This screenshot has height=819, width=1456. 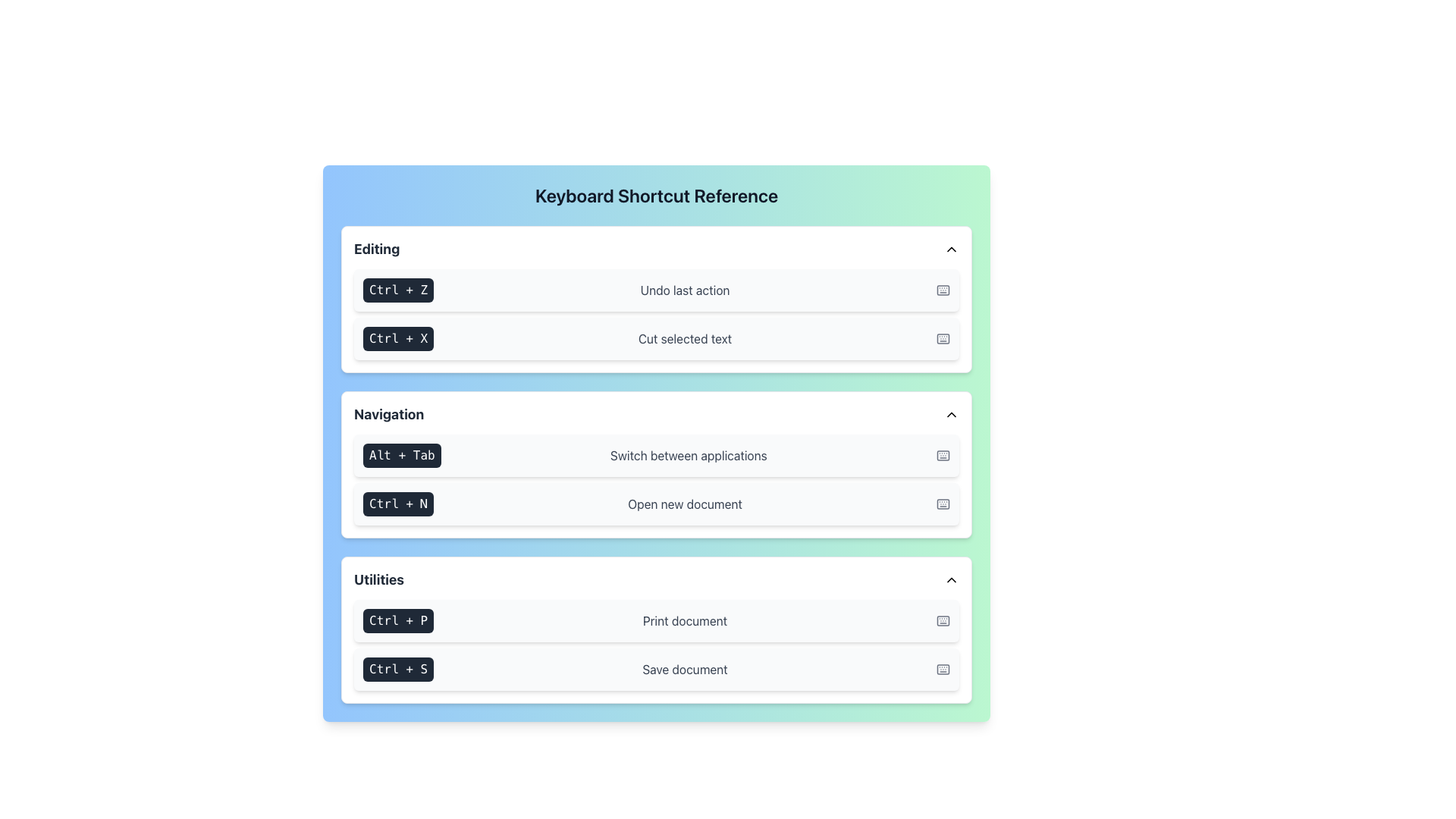 I want to click on the chevron icon located at the far right side of the 'Navigation' section's title bar, so click(x=950, y=415).